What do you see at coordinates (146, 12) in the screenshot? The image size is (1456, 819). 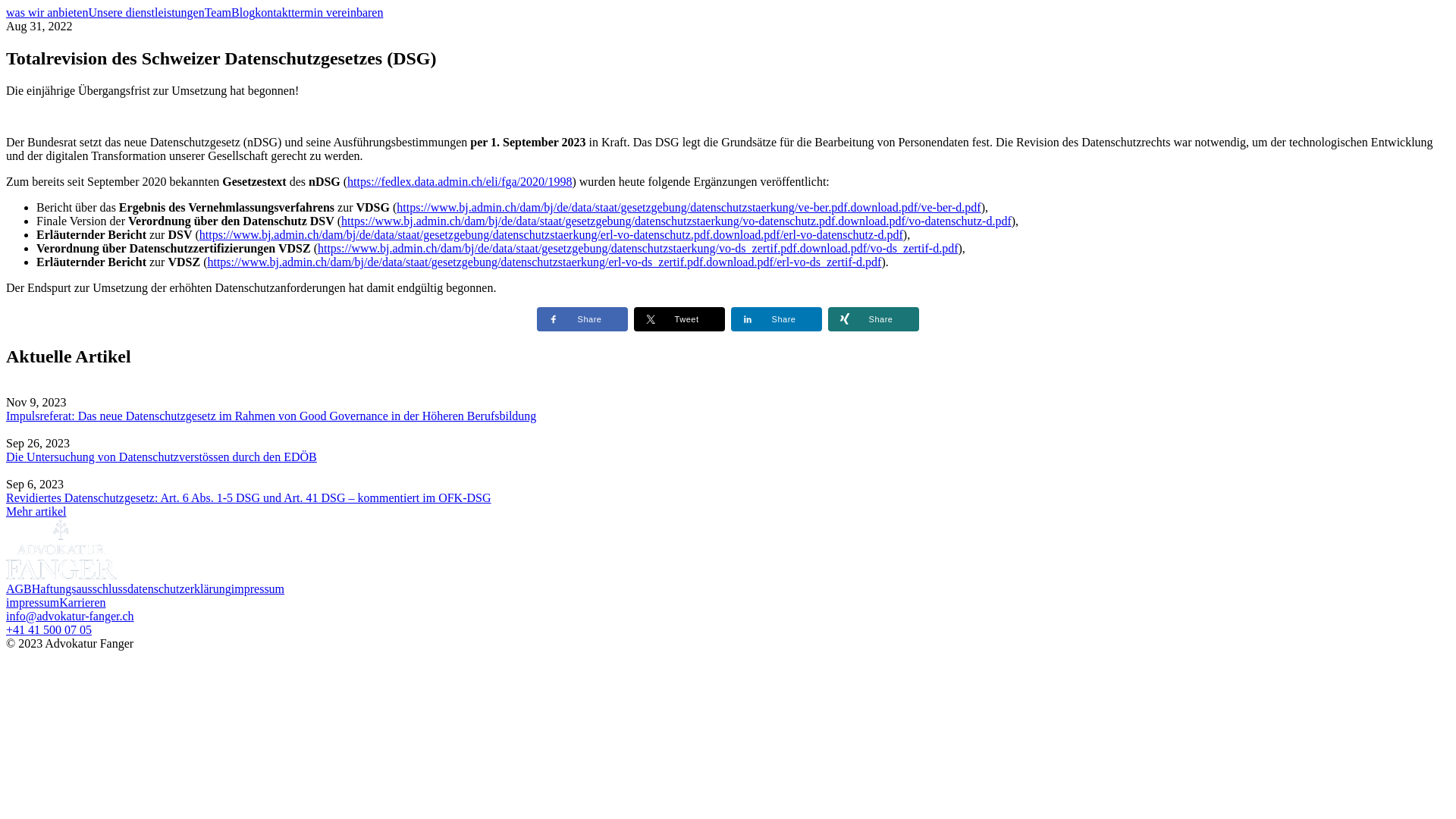 I see `'Unsere dienstleistungen'` at bounding box center [146, 12].